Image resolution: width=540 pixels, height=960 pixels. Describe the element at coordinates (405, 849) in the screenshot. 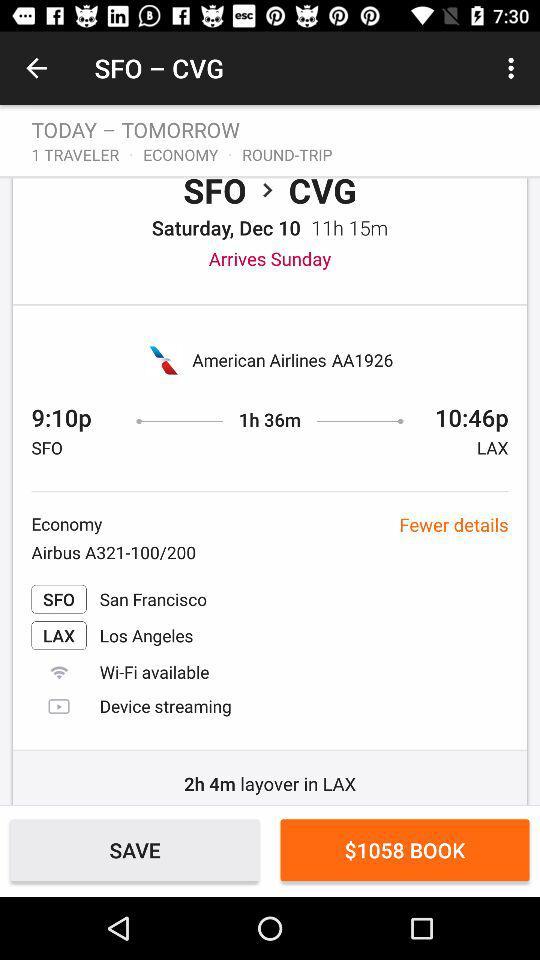

I see `$1058 book at the bottom right corner` at that location.